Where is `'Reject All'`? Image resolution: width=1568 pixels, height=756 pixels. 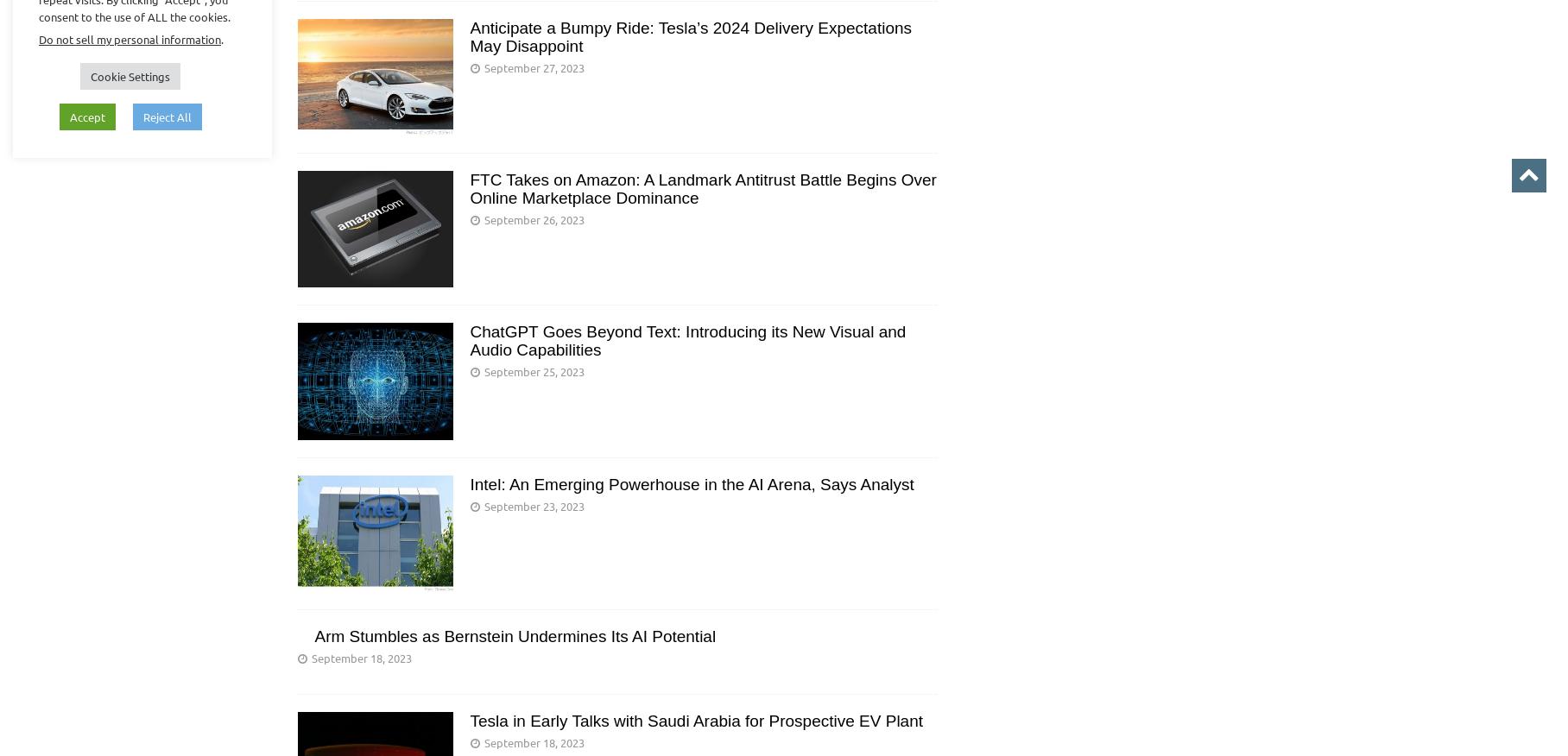
'Reject All' is located at coordinates (142, 116).